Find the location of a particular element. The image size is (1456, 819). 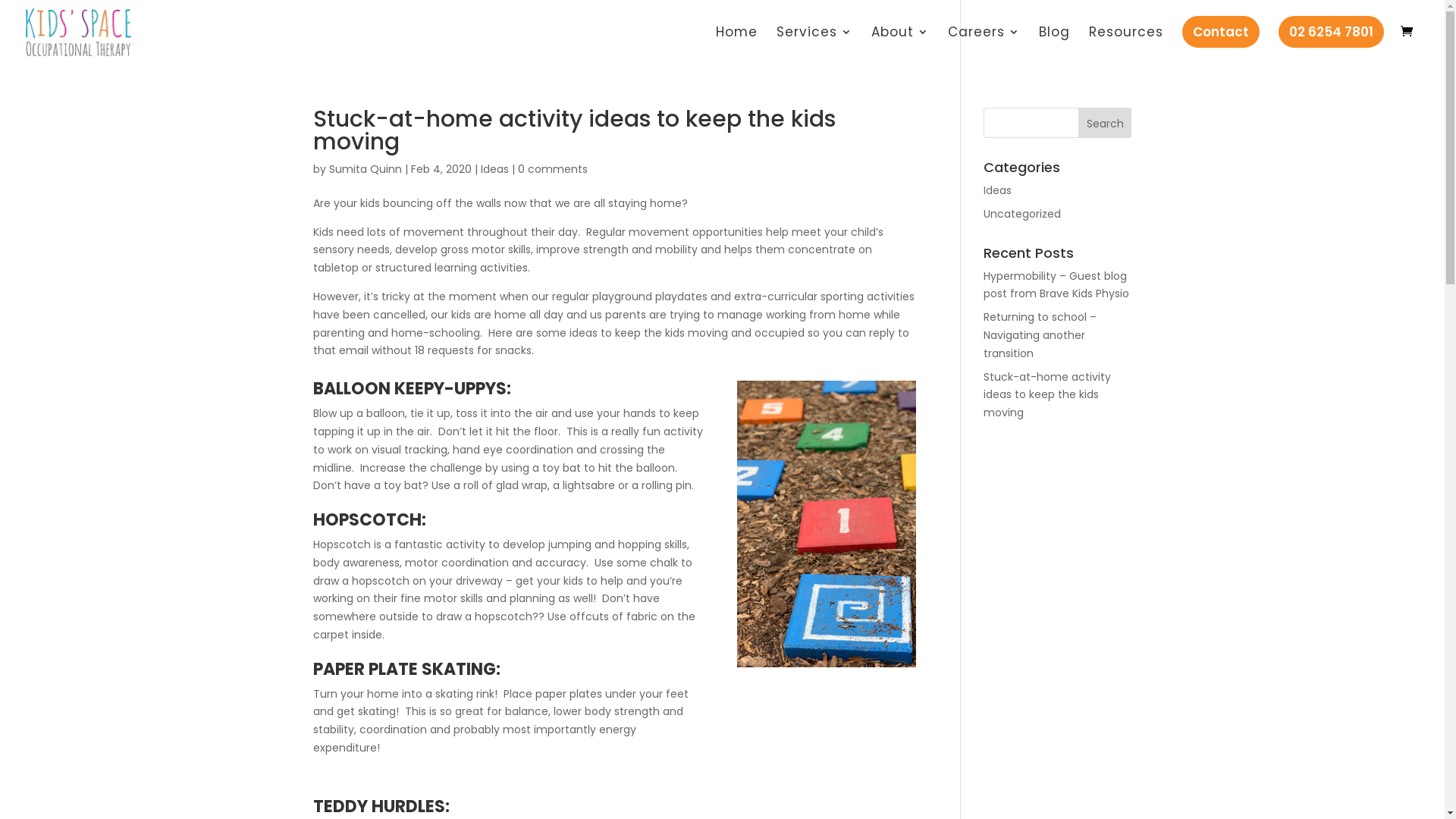

'Careers' is located at coordinates (984, 43).